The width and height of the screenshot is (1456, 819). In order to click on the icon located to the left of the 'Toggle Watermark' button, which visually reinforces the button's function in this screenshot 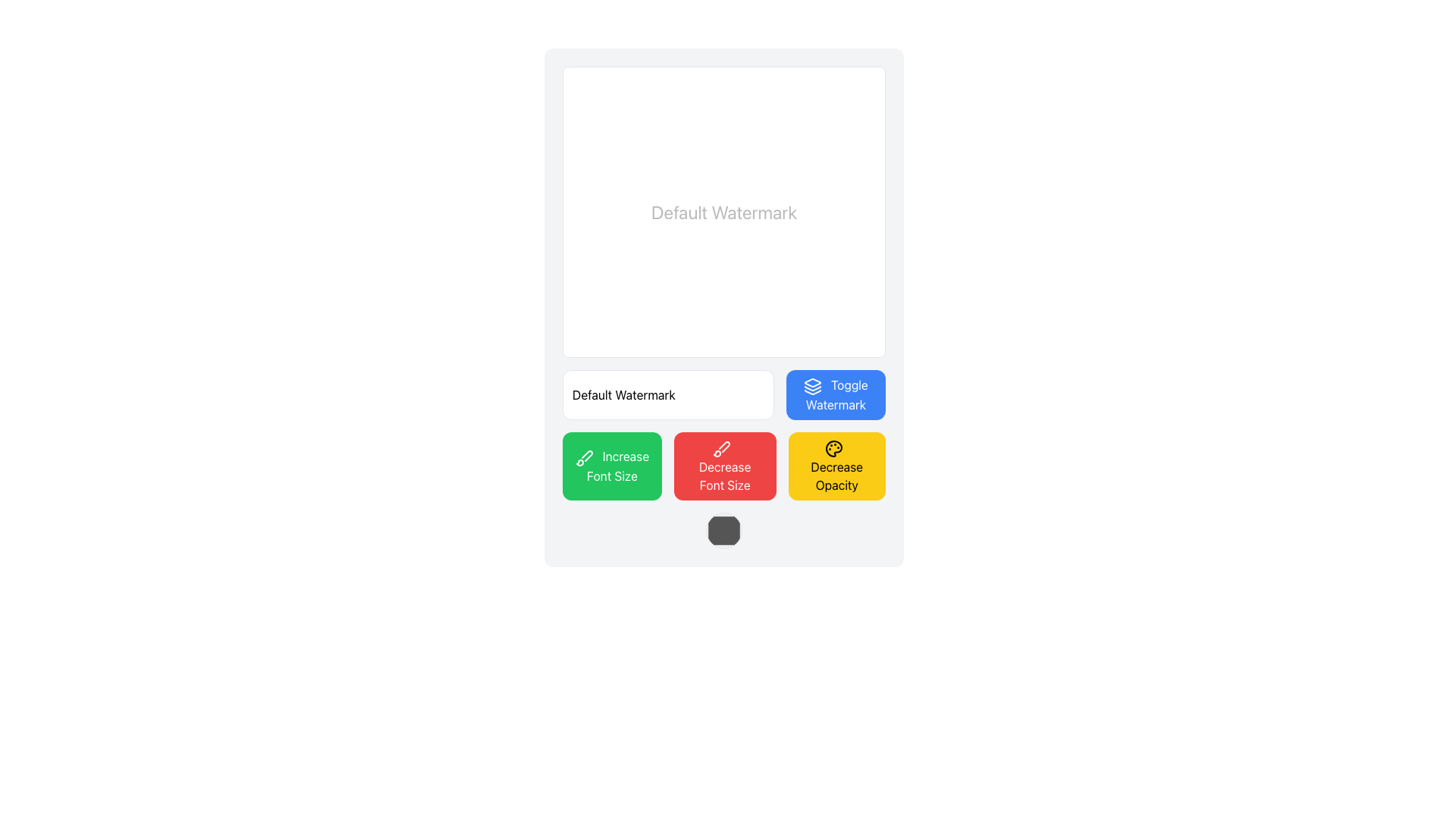, I will do `click(811, 385)`.